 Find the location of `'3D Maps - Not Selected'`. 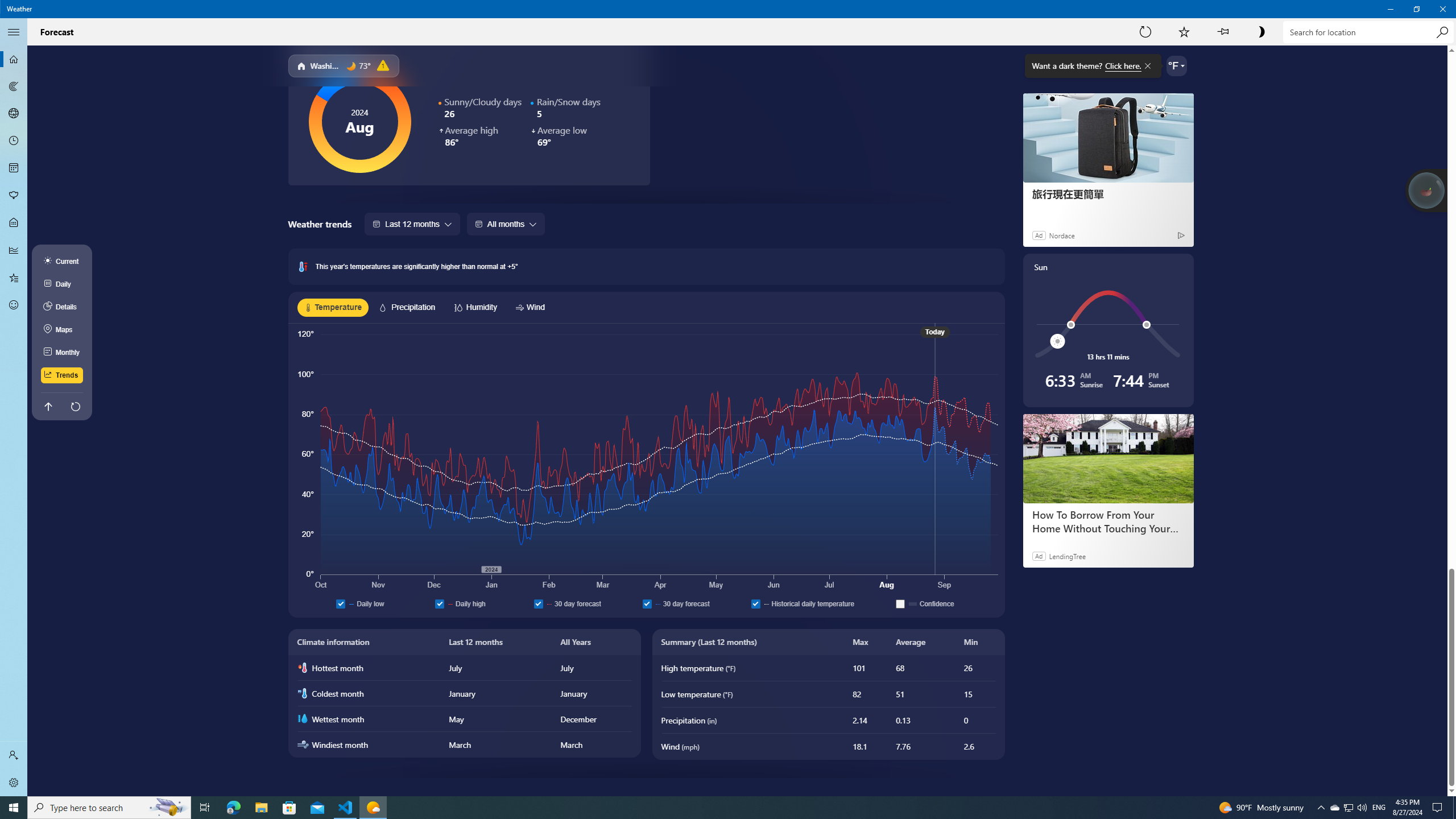

'3D Maps - Not Selected' is located at coordinates (14, 113).